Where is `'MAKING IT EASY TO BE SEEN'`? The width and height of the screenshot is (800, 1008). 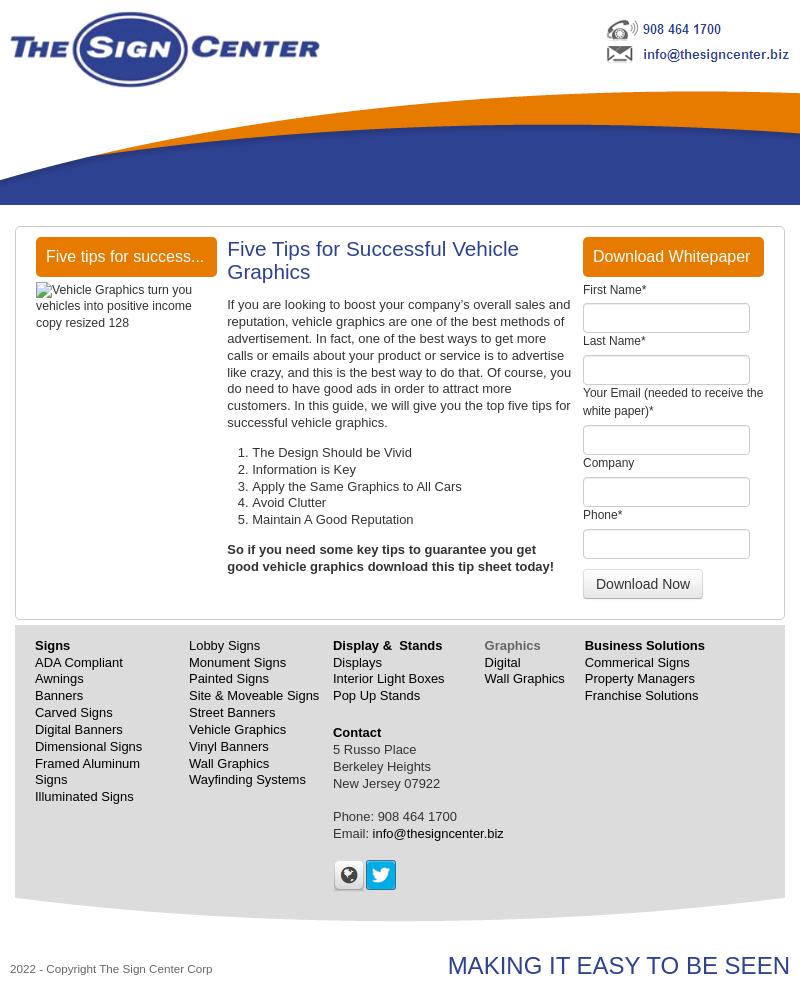
'MAKING IT EASY TO BE SEEN' is located at coordinates (445, 964).